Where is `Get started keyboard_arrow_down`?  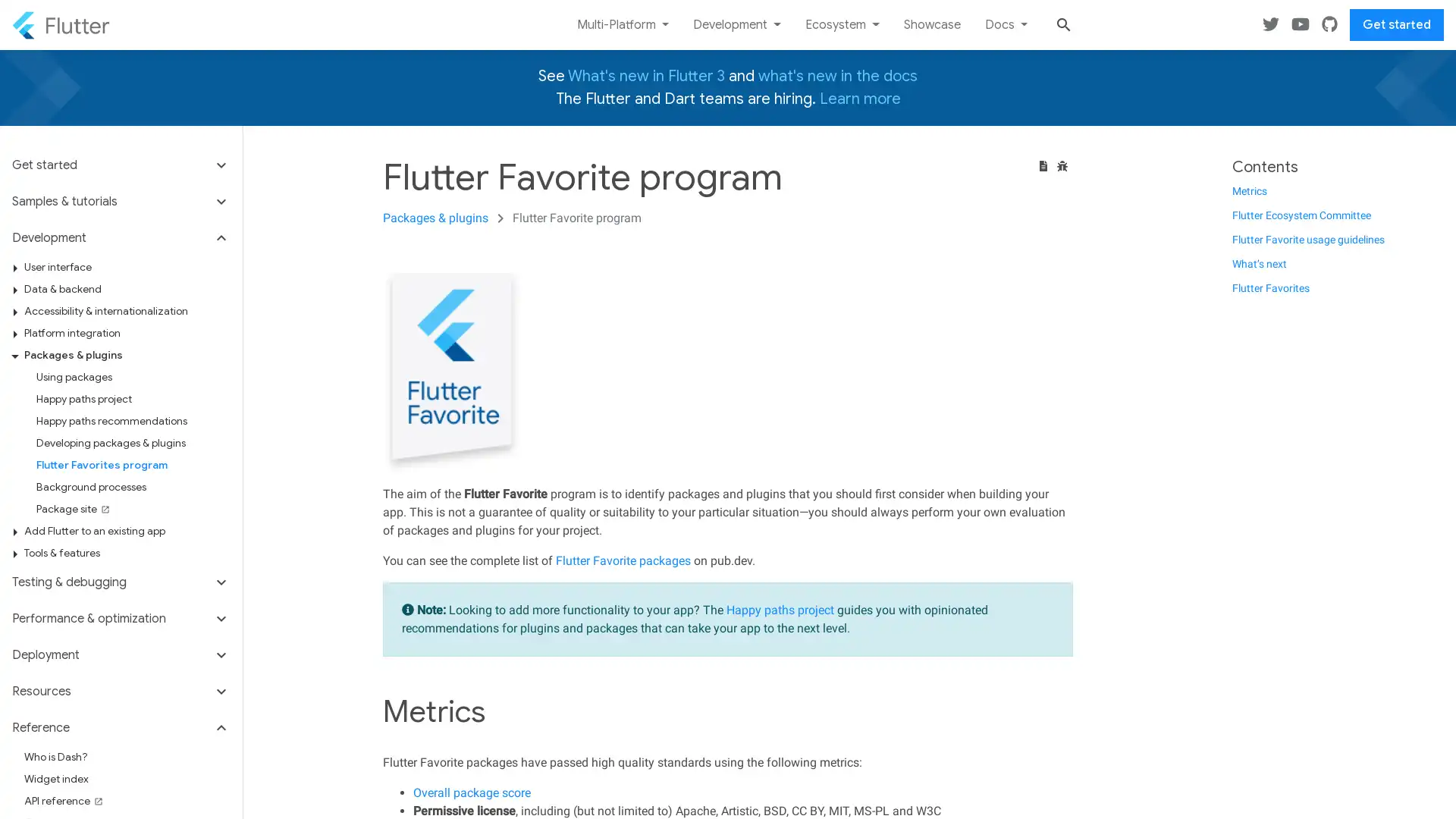 Get started keyboard_arrow_down is located at coordinates (120, 169).